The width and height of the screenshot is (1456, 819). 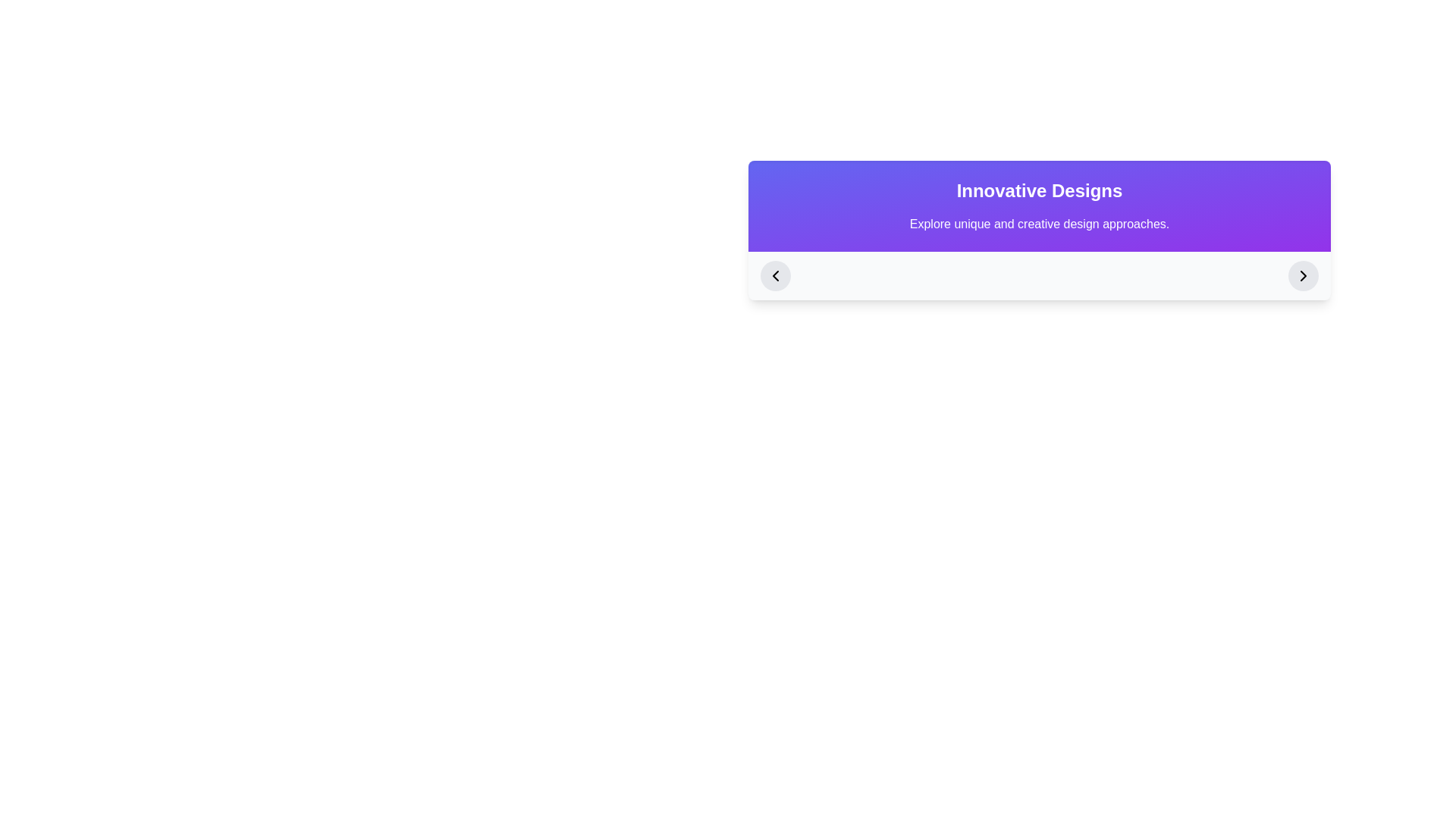 What do you see at coordinates (1302, 275) in the screenshot?
I see `the circular button with a light gray background and a rightward-pointing chevron icon` at bounding box center [1302, 275].